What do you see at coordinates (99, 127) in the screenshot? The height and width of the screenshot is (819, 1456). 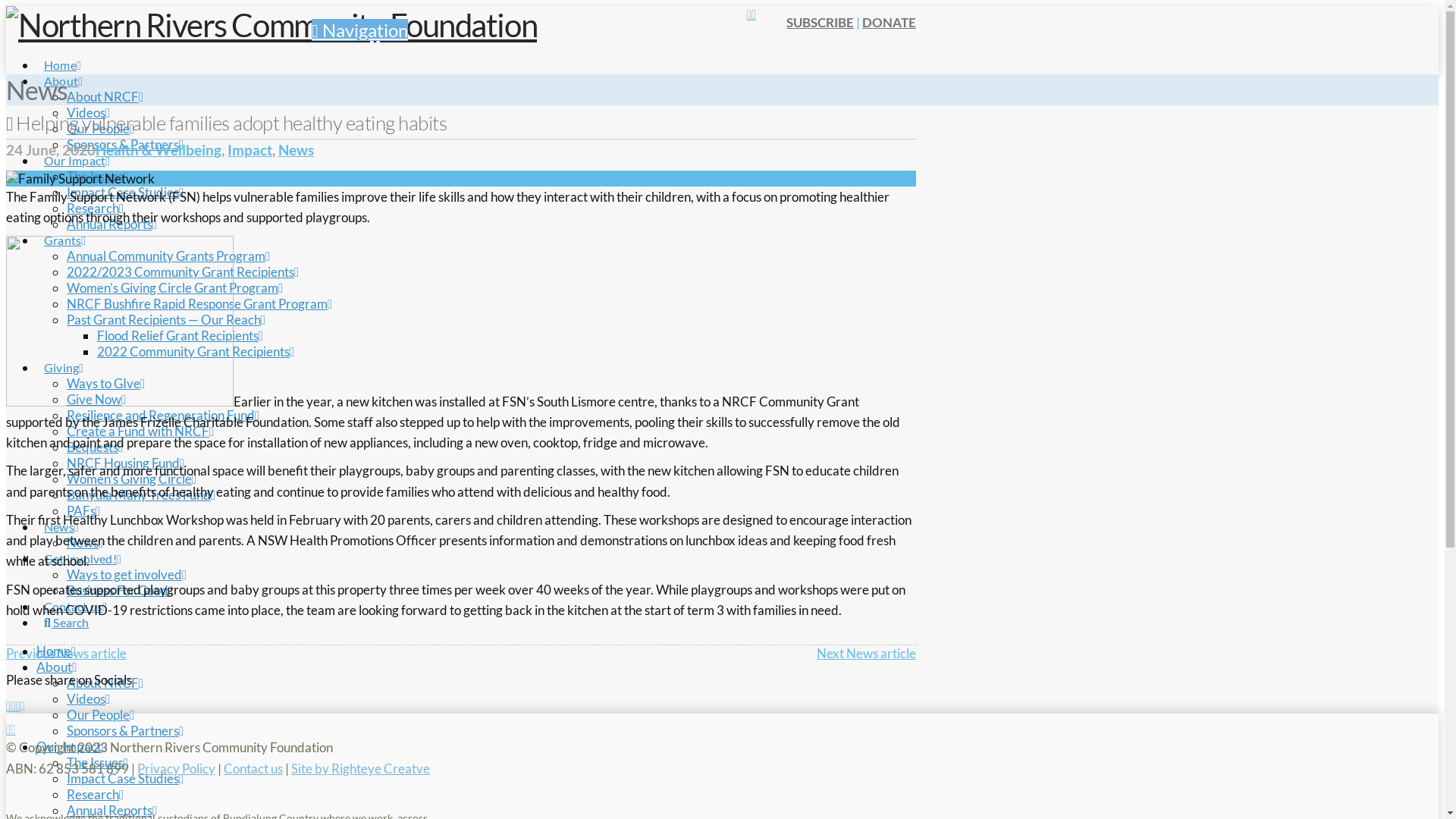 I see `'Our People'` at bounding box center [99, 127].